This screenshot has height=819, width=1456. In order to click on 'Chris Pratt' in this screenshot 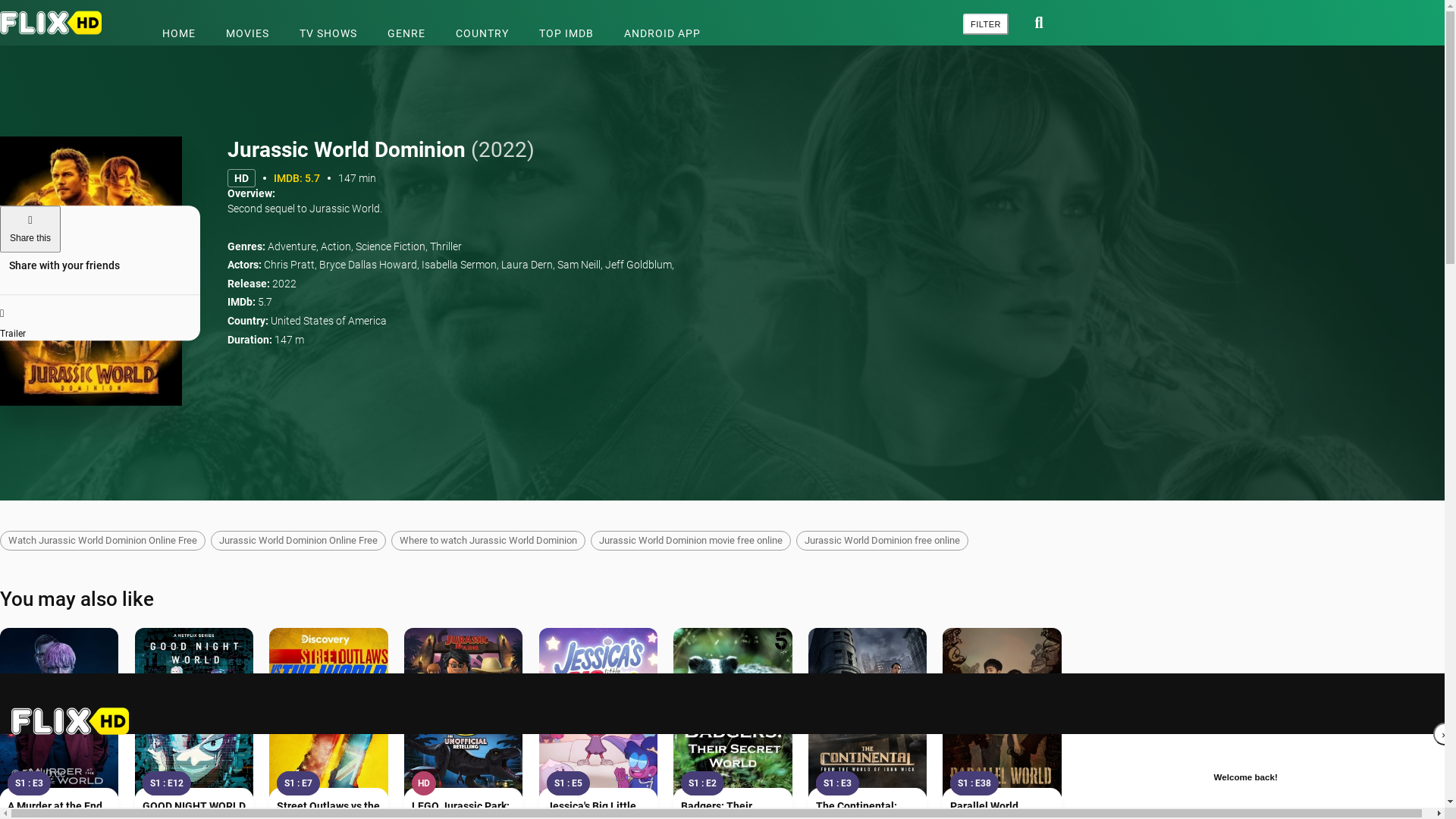, I will do `click(289, 263)`.